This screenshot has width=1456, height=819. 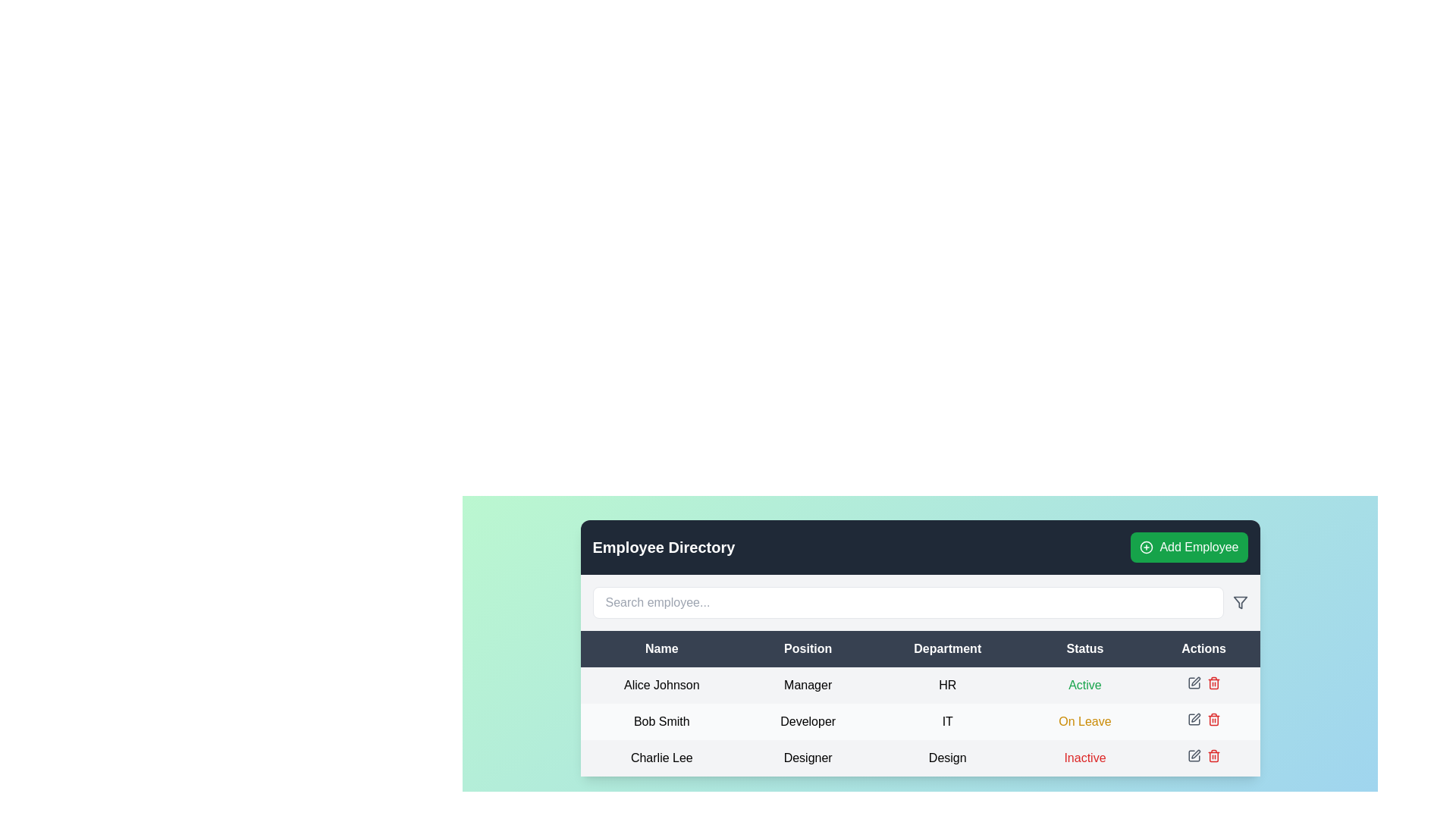 I want to click on the second row in the table that displays an employee's details, located below the row labeled 'Alice Johnson', so click(x=919, y=721).